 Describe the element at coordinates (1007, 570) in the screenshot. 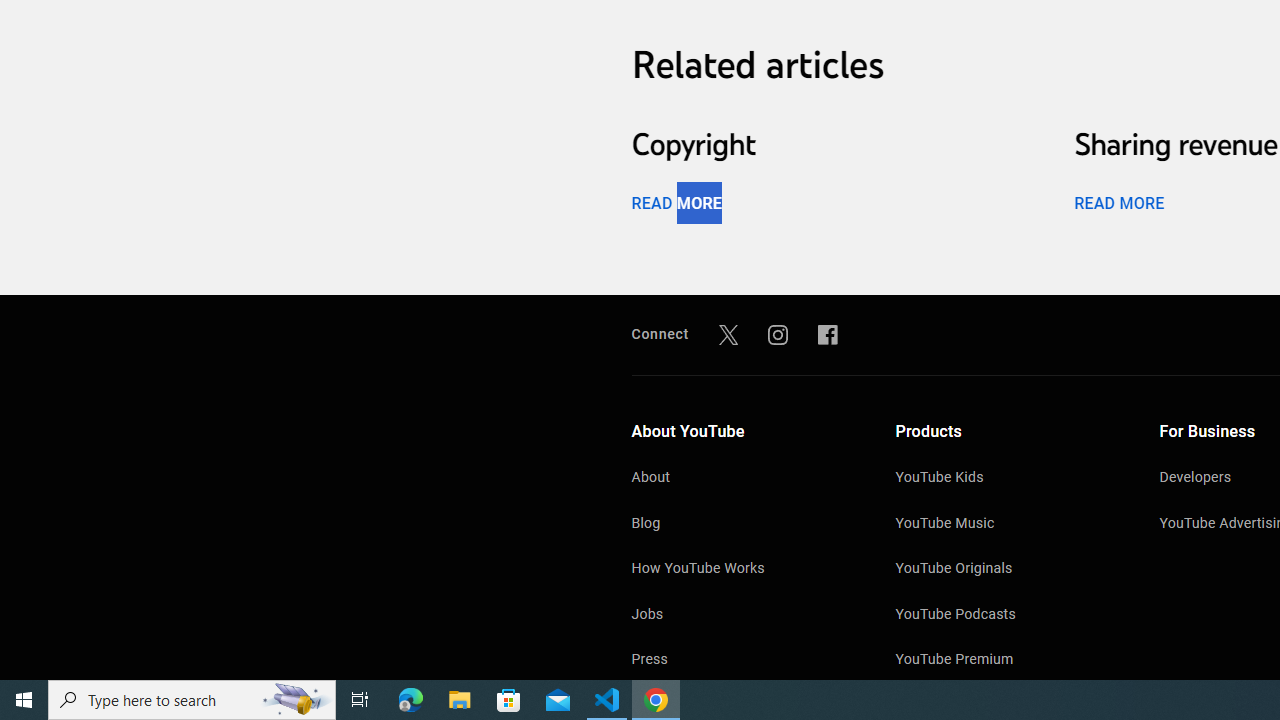

I see `'YouTube Originals'` at that location.